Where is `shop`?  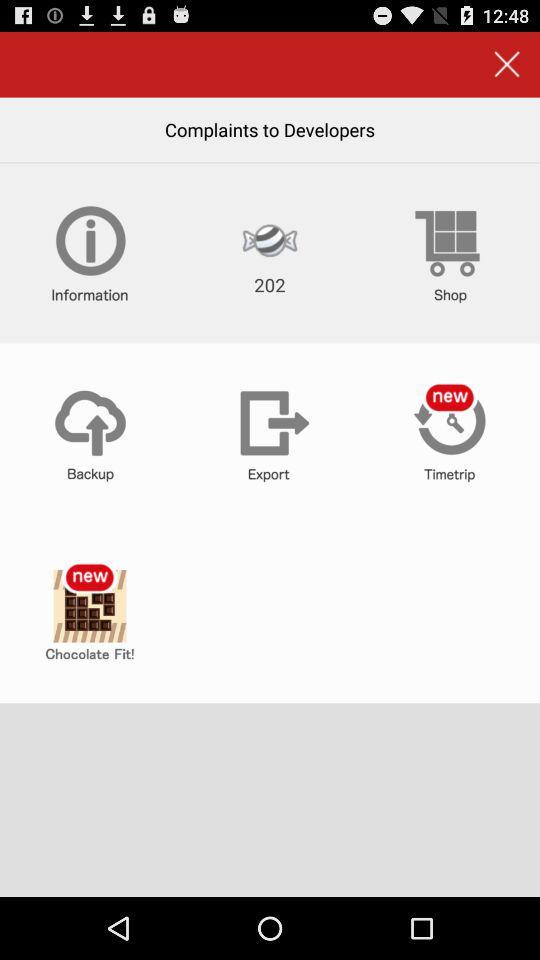
shop is located at coordinates (449, 252).